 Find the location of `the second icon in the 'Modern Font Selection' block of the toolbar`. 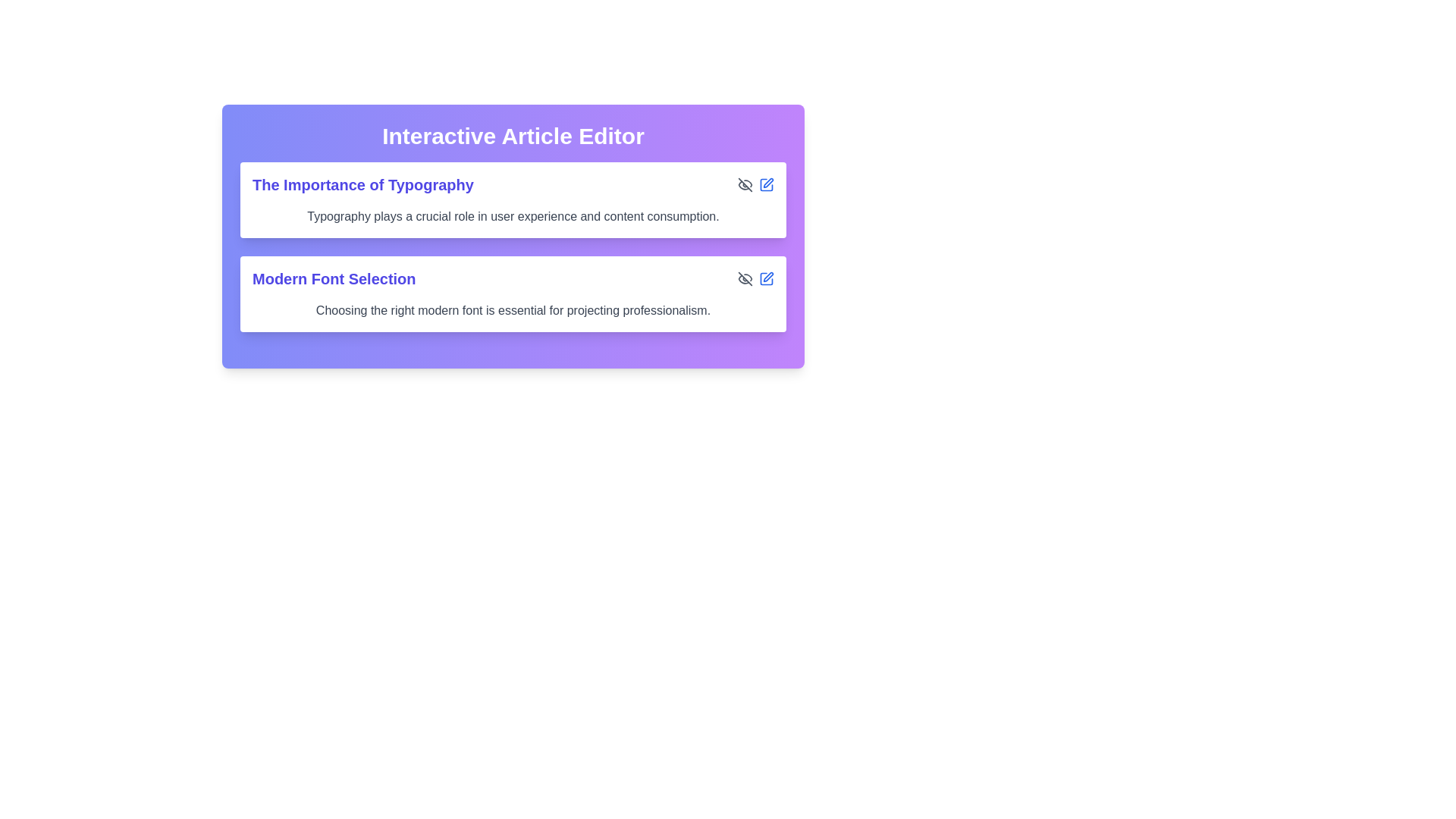

the second icon in the 'Modern Font Selection' block of the toolbar is located at coordinates (767, 278).